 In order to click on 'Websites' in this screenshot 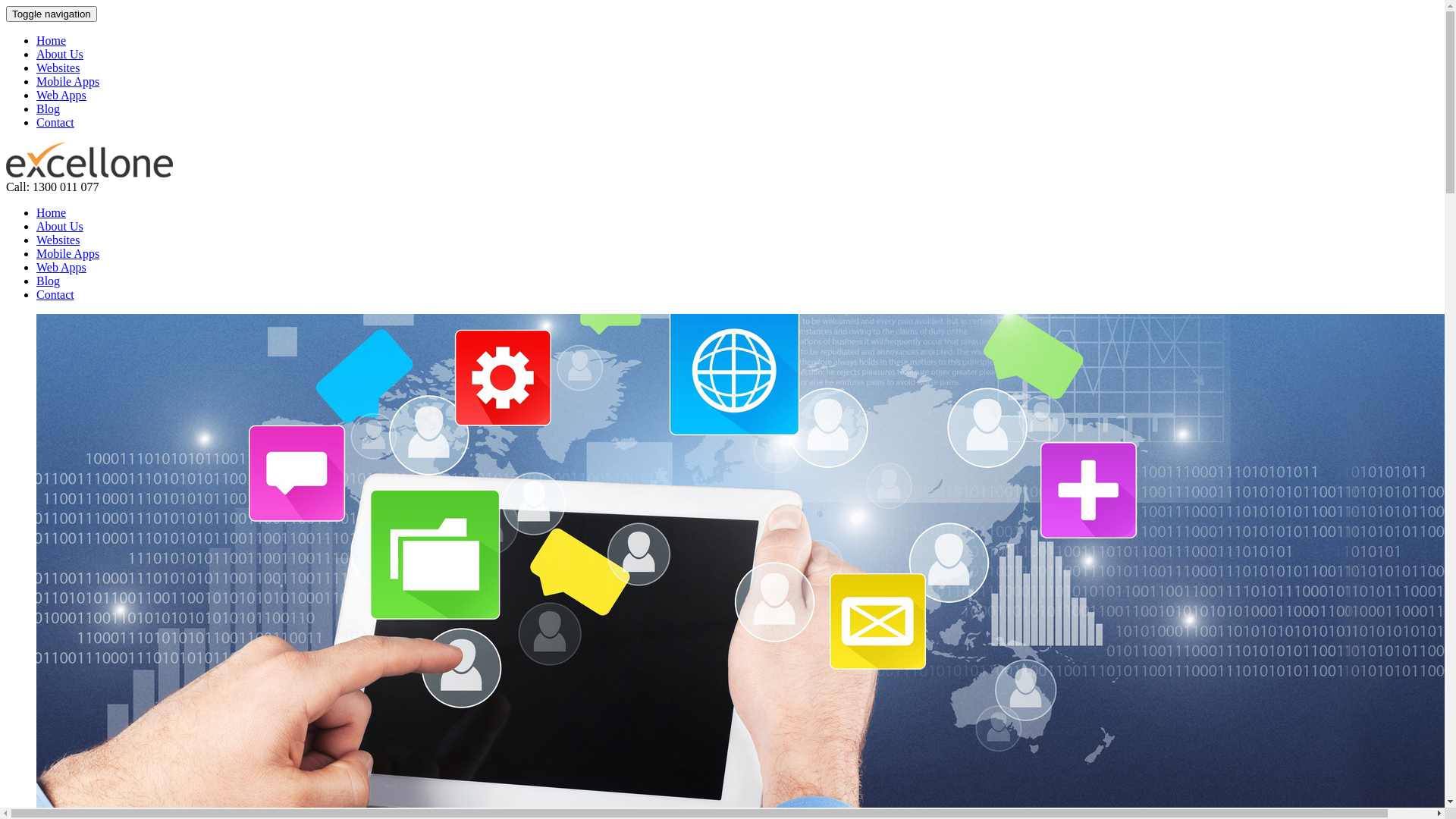, I will do `click(58, 67)`.